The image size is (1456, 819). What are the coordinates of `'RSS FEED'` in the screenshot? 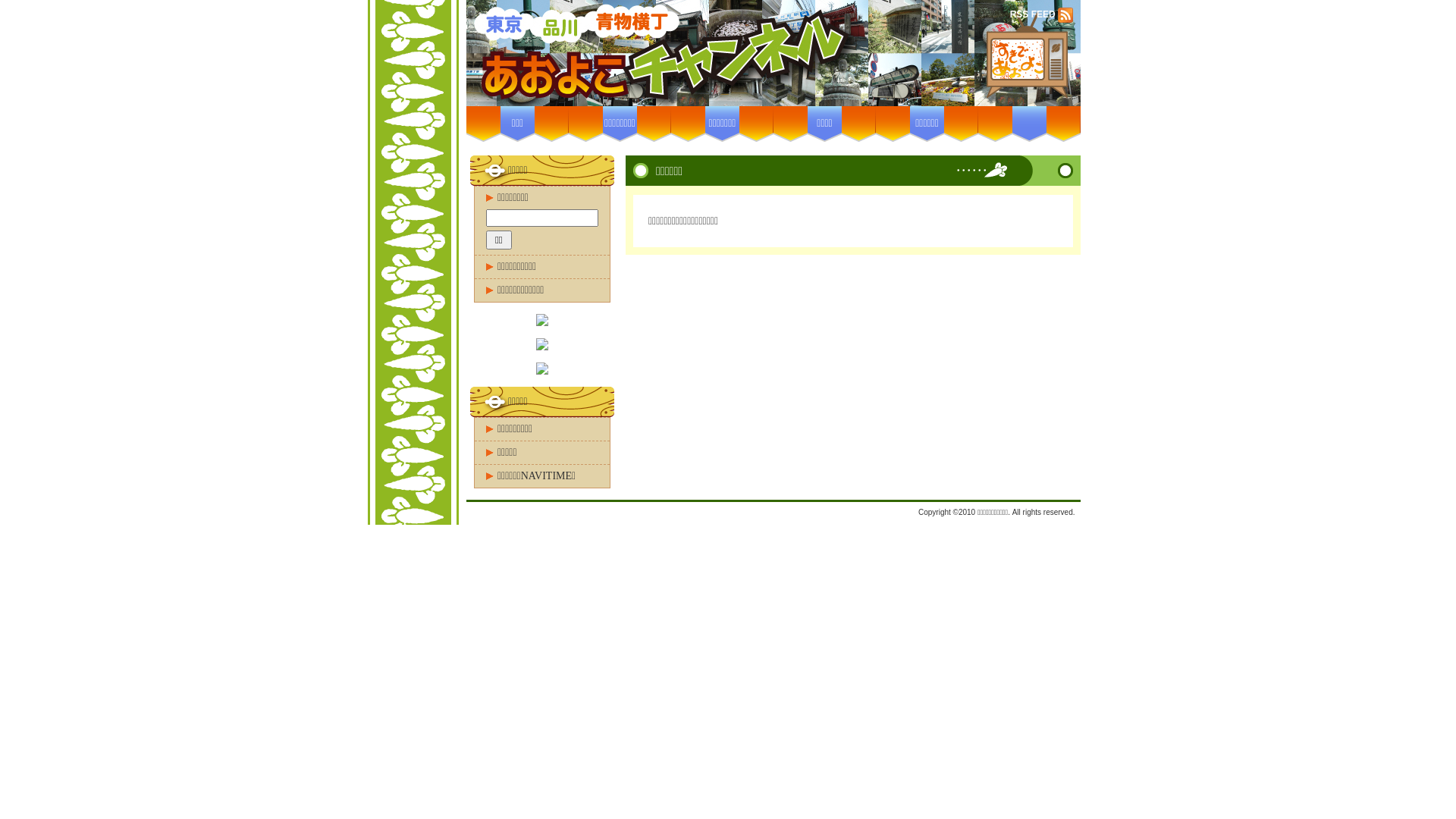 It's located at (1033, 14).